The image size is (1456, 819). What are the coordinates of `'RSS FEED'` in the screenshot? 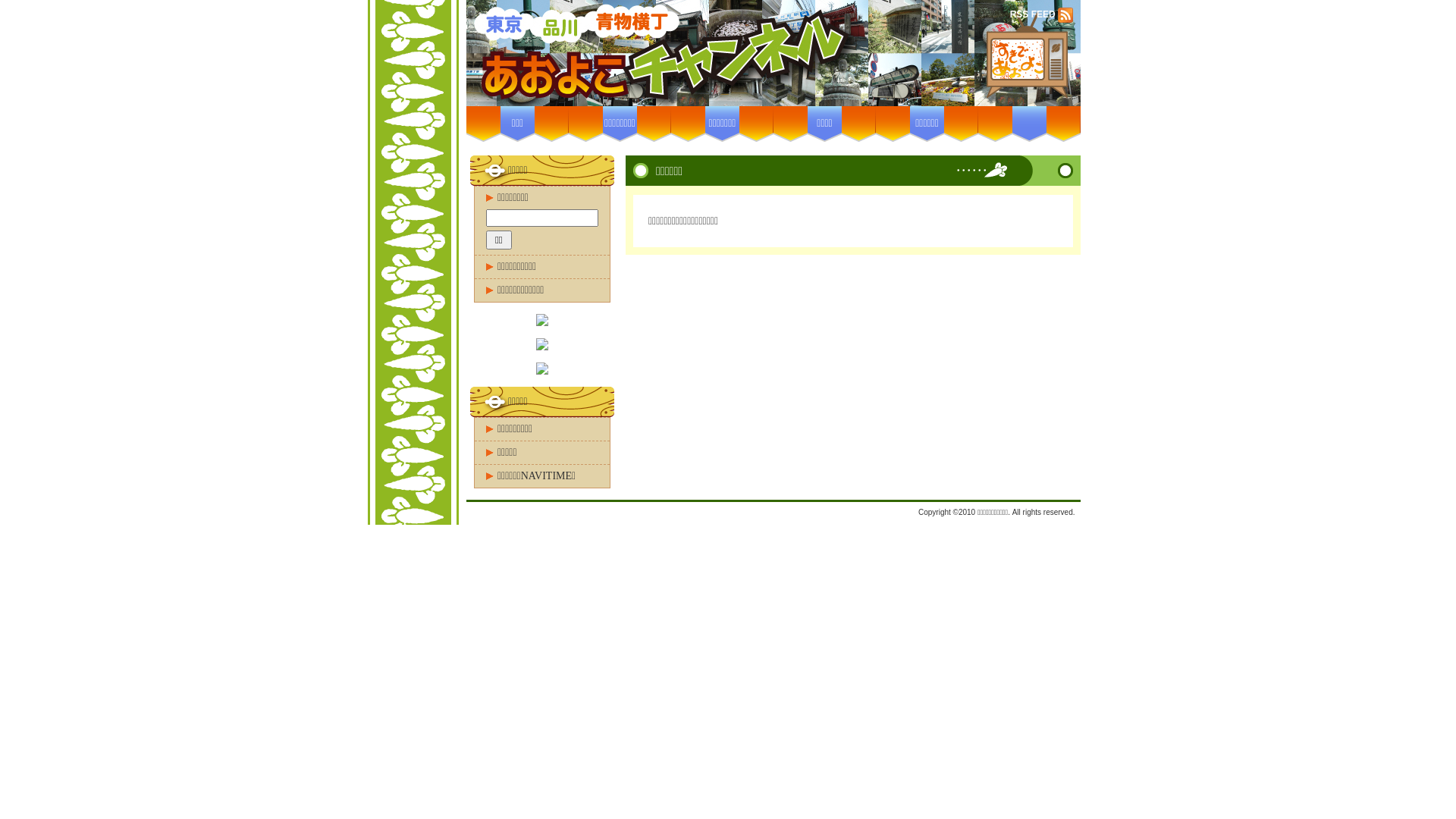 It's located at (1033, 14).